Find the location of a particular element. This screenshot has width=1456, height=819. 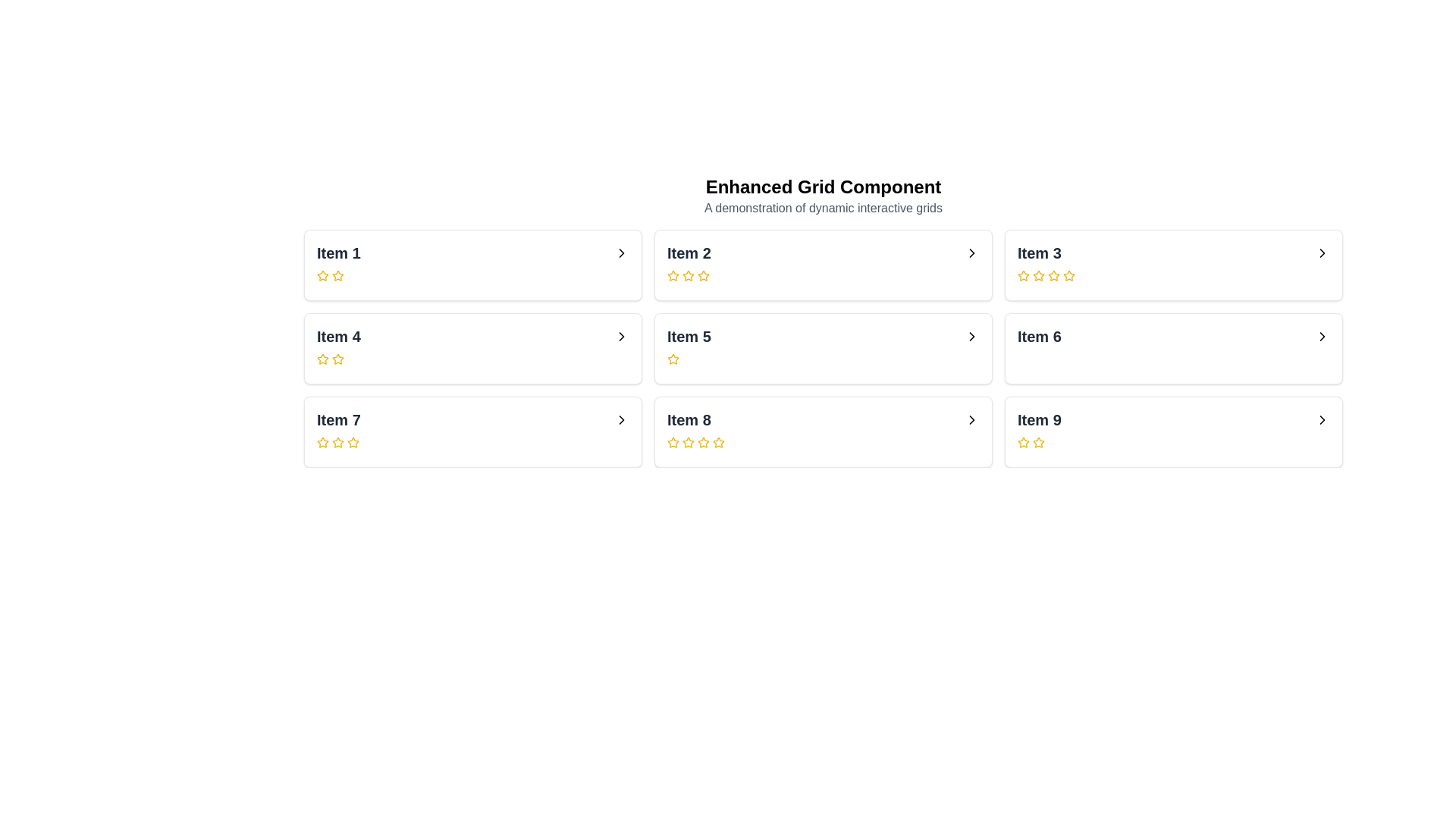

the third star icon used for ratings, which has a yellow outline and is located beneath the text 'Item 2' in a grid layout, to interact with it is located at coordinates (687, 275).